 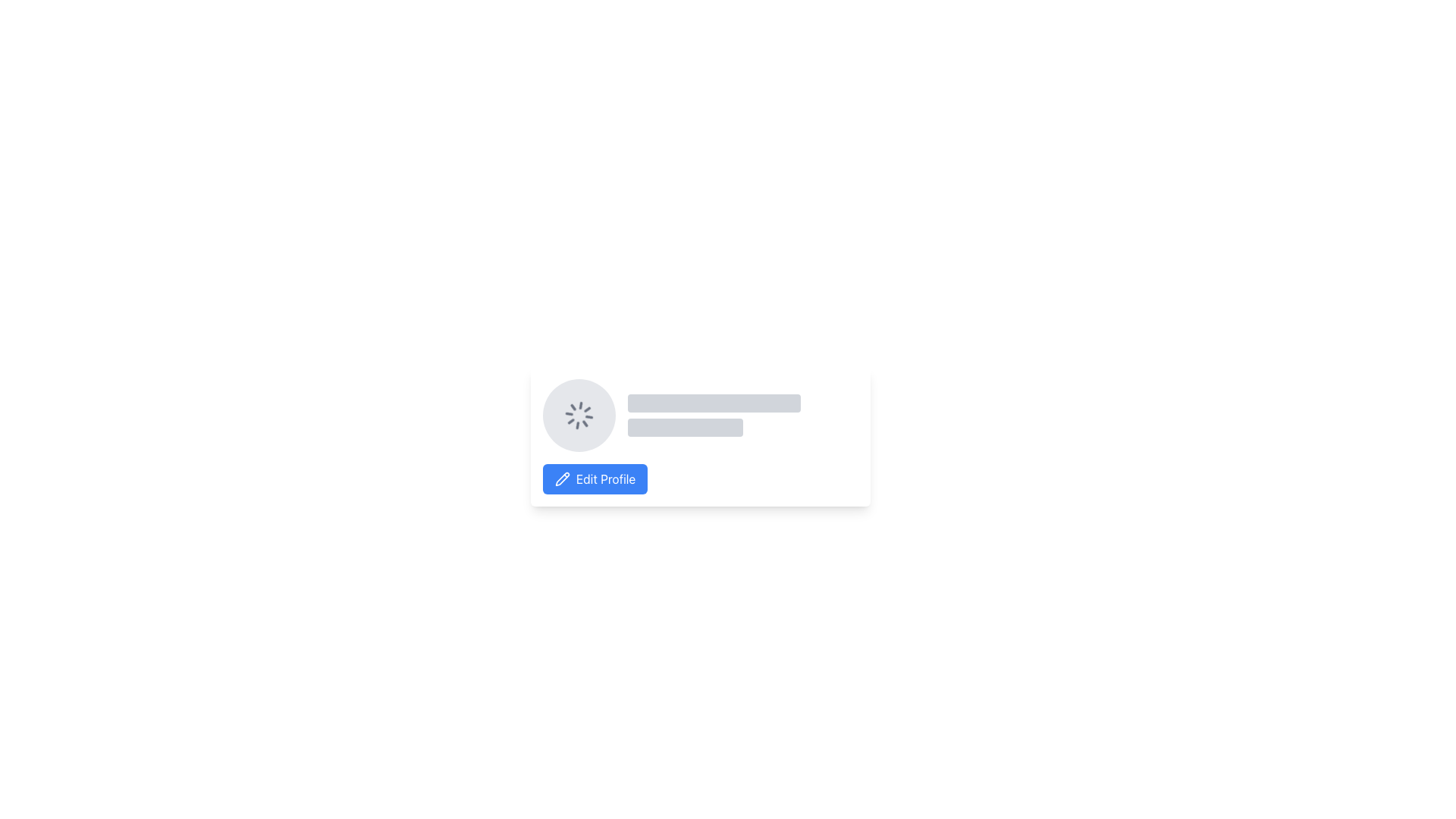 What do you see at coordinates (605, 479) in the screenshot?
I see `the 'Edit Profile' button, which is a blue rectangular button with rounded corners located at the bottom-left corner of a card` at bounding box center [605, 479].